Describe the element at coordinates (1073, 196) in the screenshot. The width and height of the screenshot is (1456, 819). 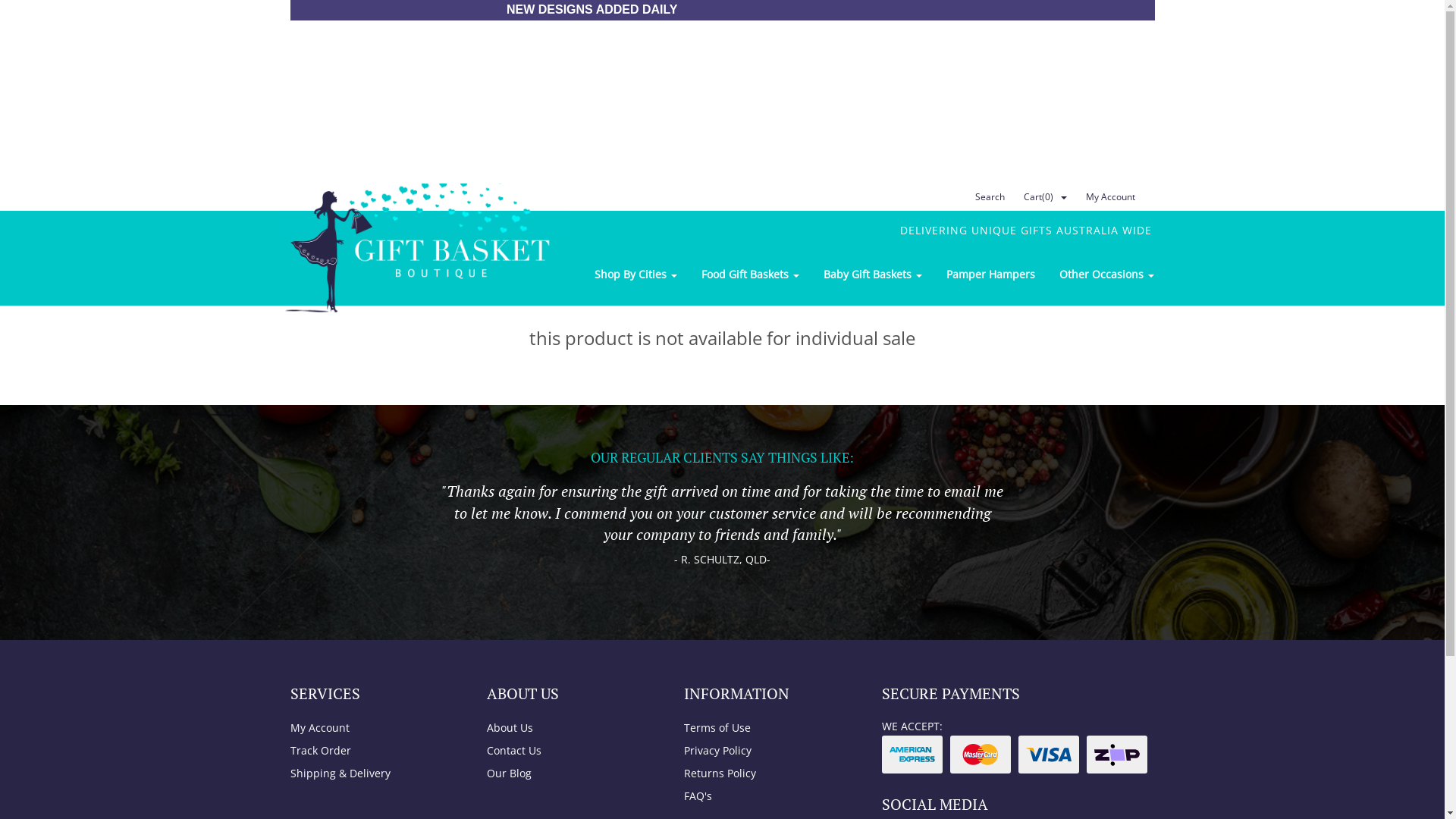
I see `'My Account'` at that location.